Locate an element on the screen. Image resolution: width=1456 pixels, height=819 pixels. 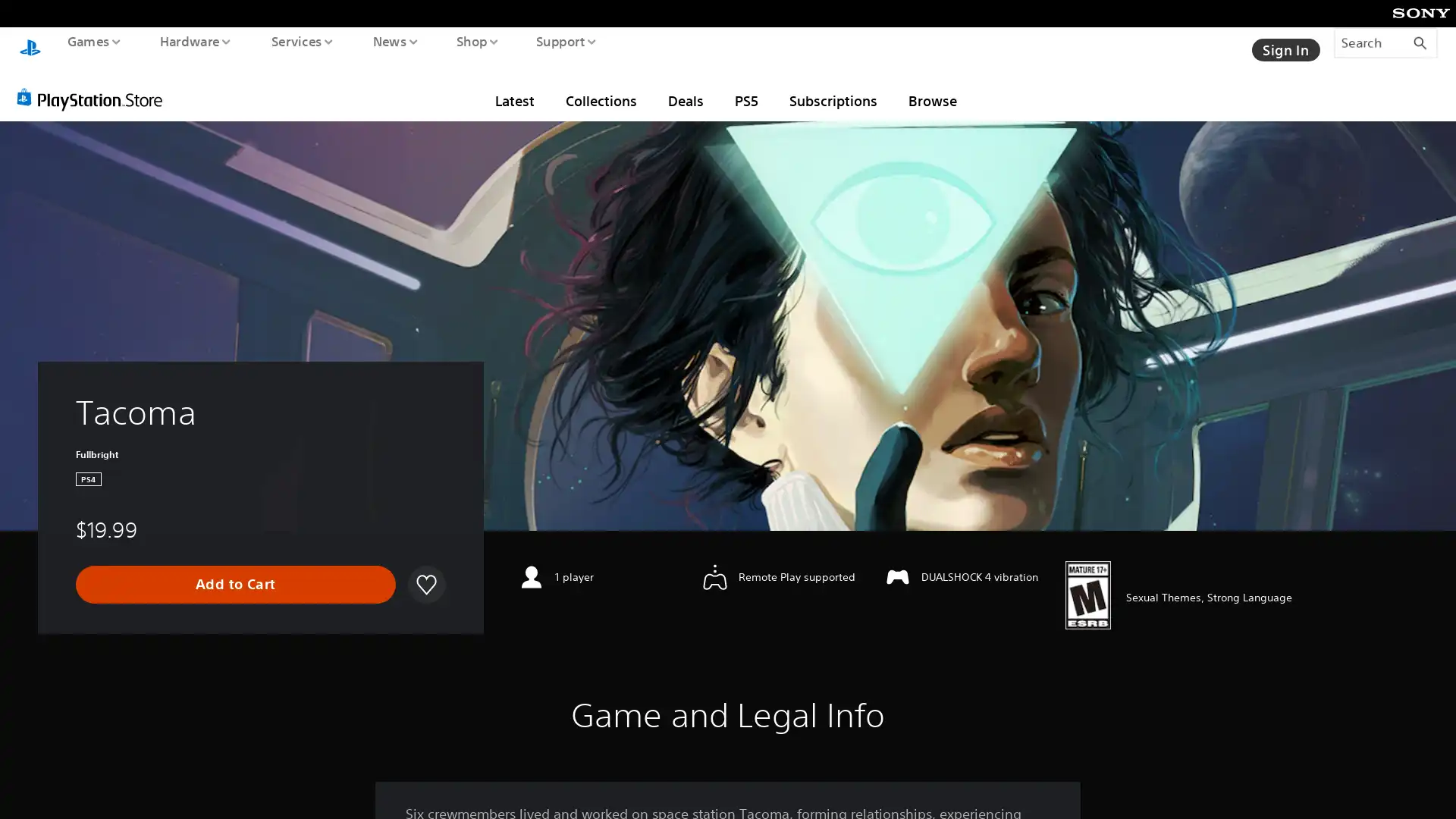
Add to Cart is located at coordinates (234, 570).